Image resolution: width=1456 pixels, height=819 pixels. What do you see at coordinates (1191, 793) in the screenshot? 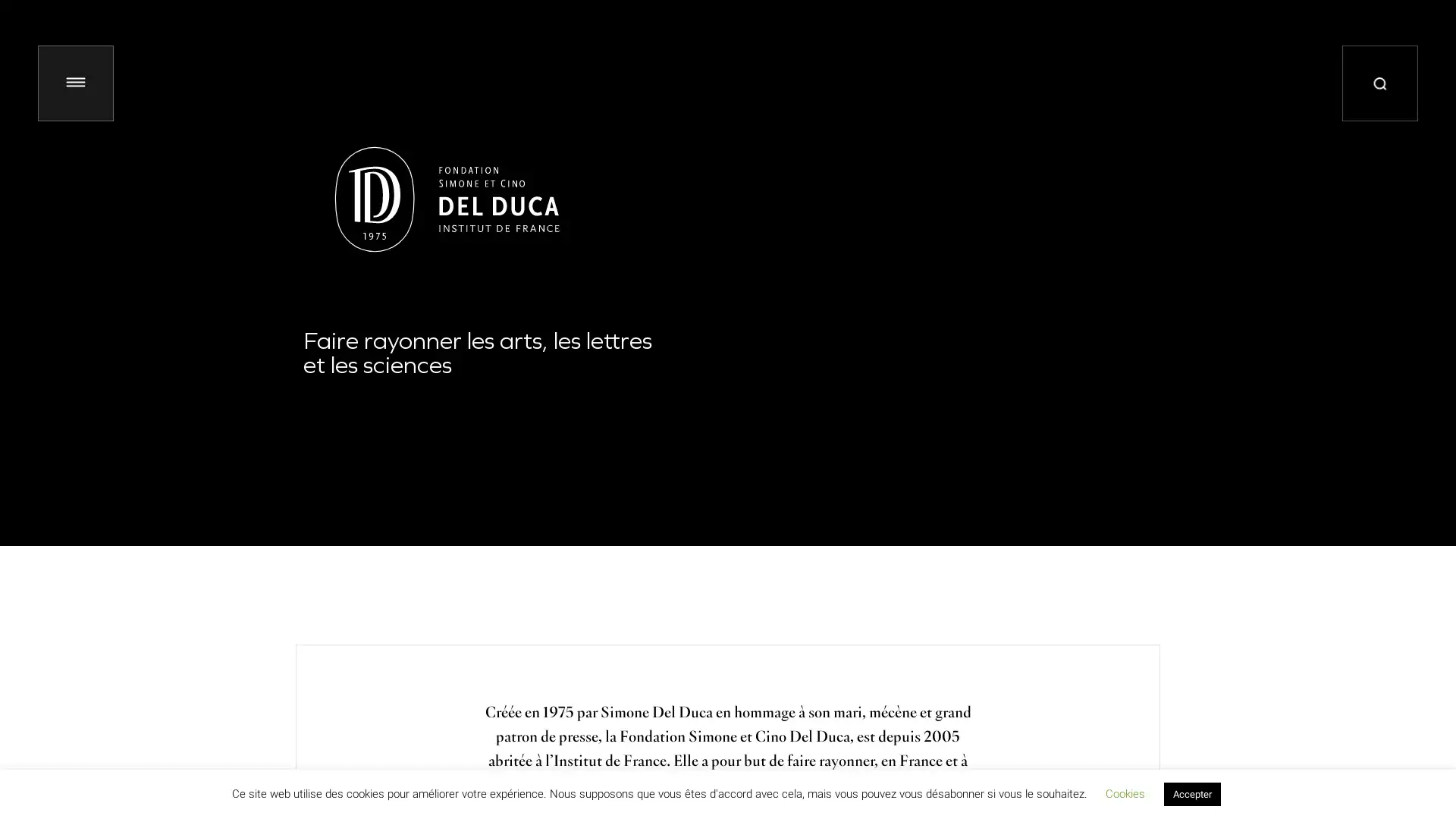
I see `Accepter` at bounding box center [1191, 793].